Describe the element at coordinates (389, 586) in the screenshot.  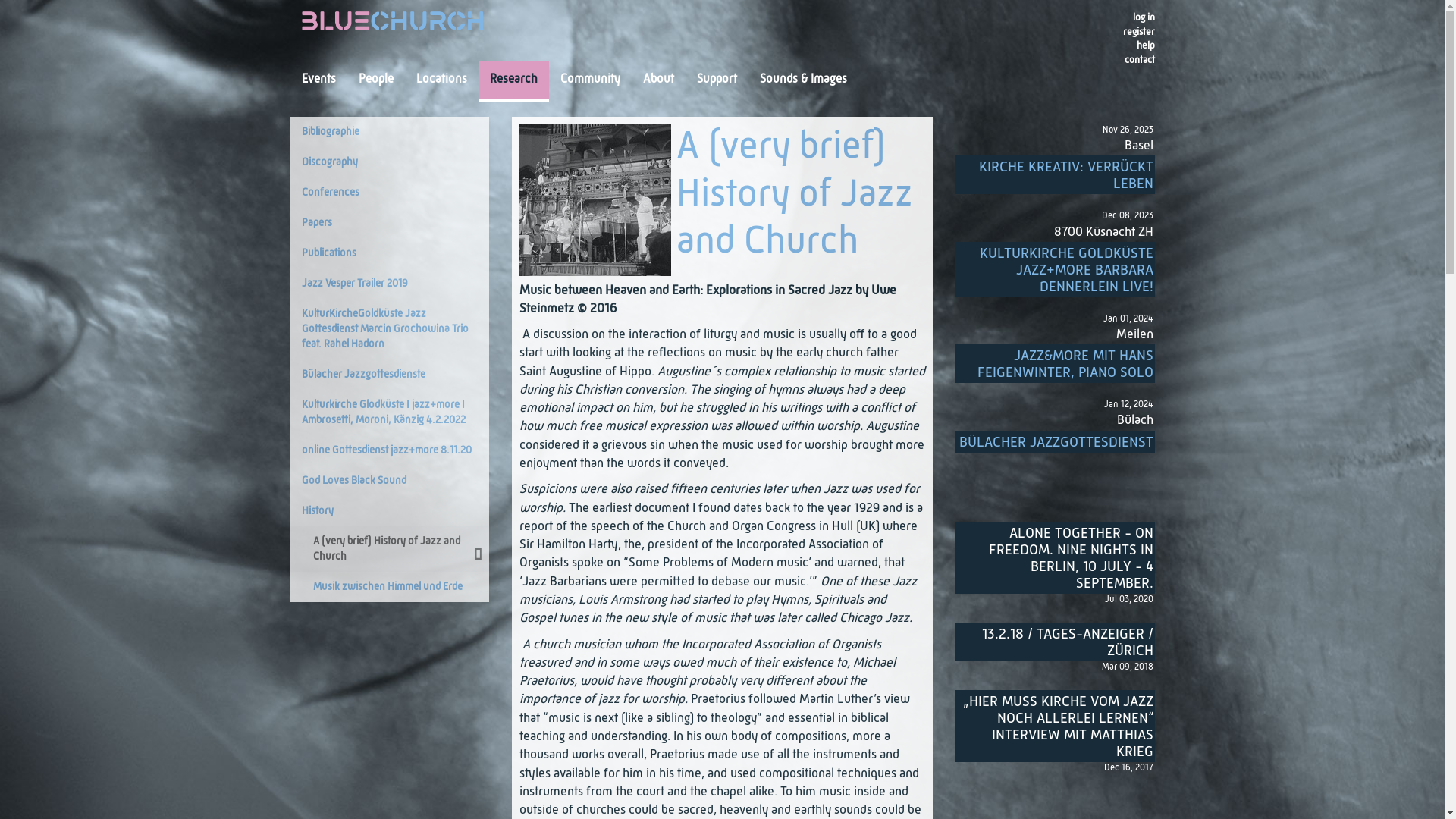
I see `'Musik zwischen Himmel und Erde'` at that location.